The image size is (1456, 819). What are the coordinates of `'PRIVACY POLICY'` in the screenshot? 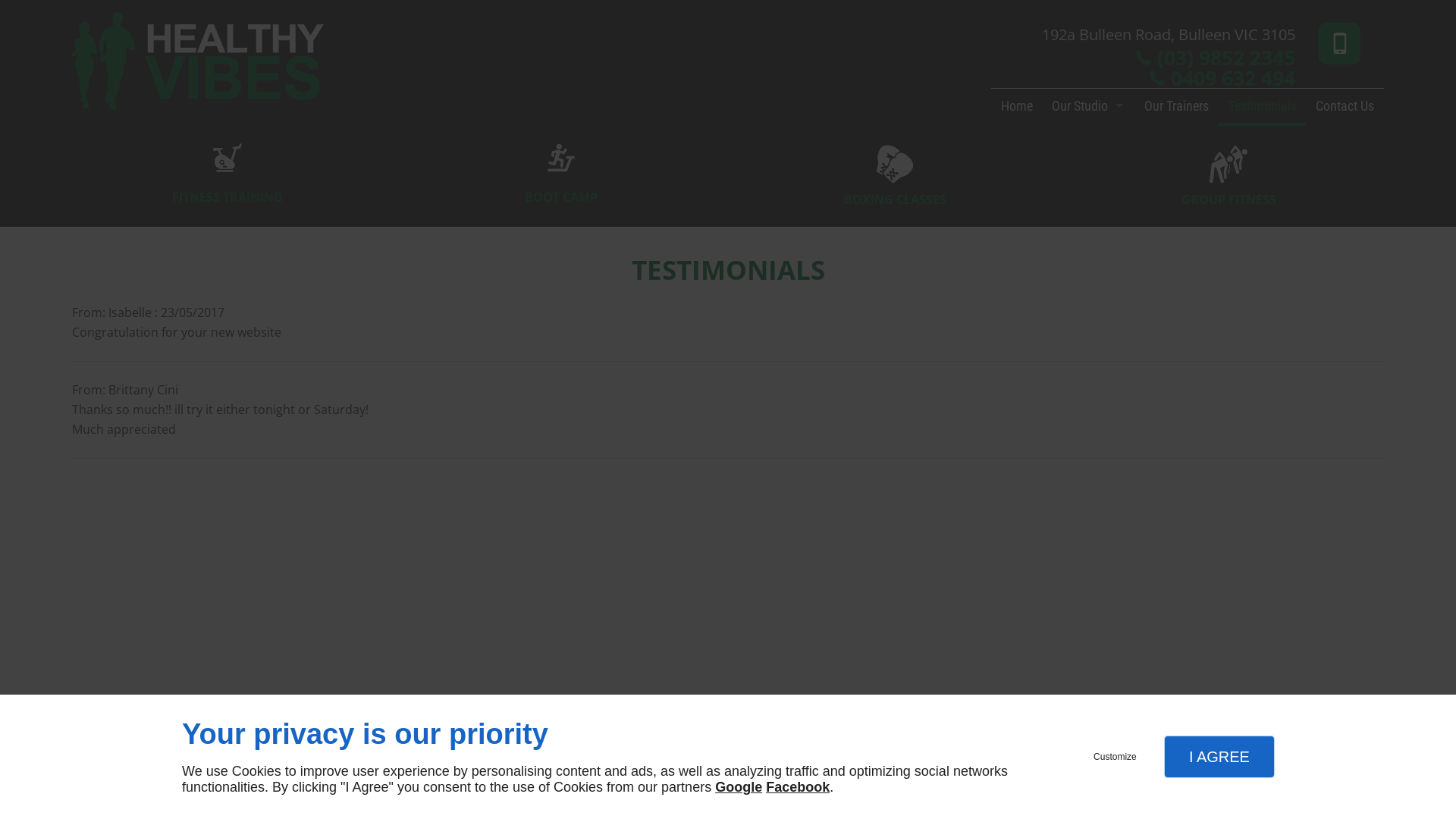 It's located at (1298, 787).